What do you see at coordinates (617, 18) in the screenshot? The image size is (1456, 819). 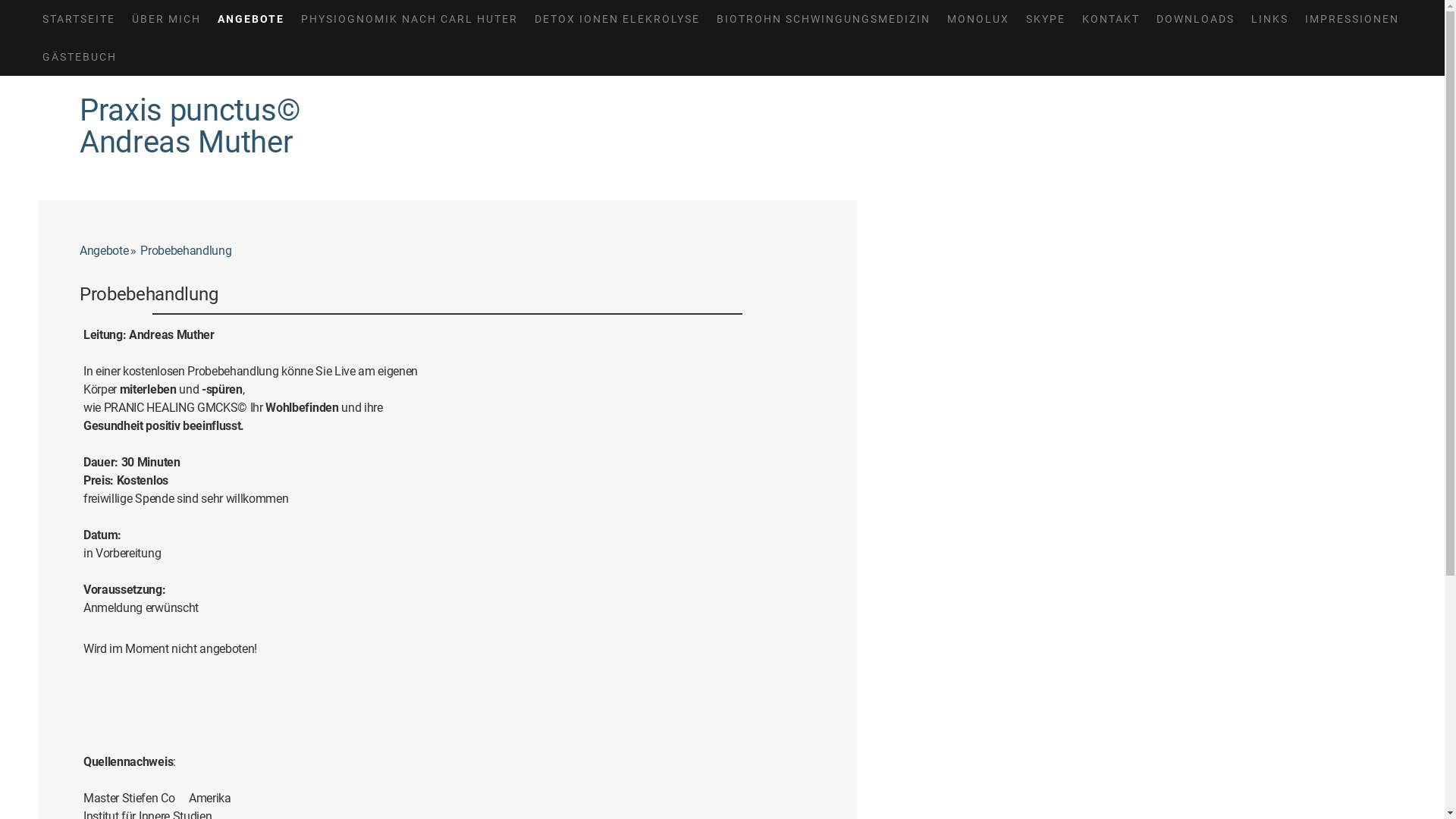 I see `'DETOX IONEN ELEKROLYSE'` at bounding box center [617, 18].